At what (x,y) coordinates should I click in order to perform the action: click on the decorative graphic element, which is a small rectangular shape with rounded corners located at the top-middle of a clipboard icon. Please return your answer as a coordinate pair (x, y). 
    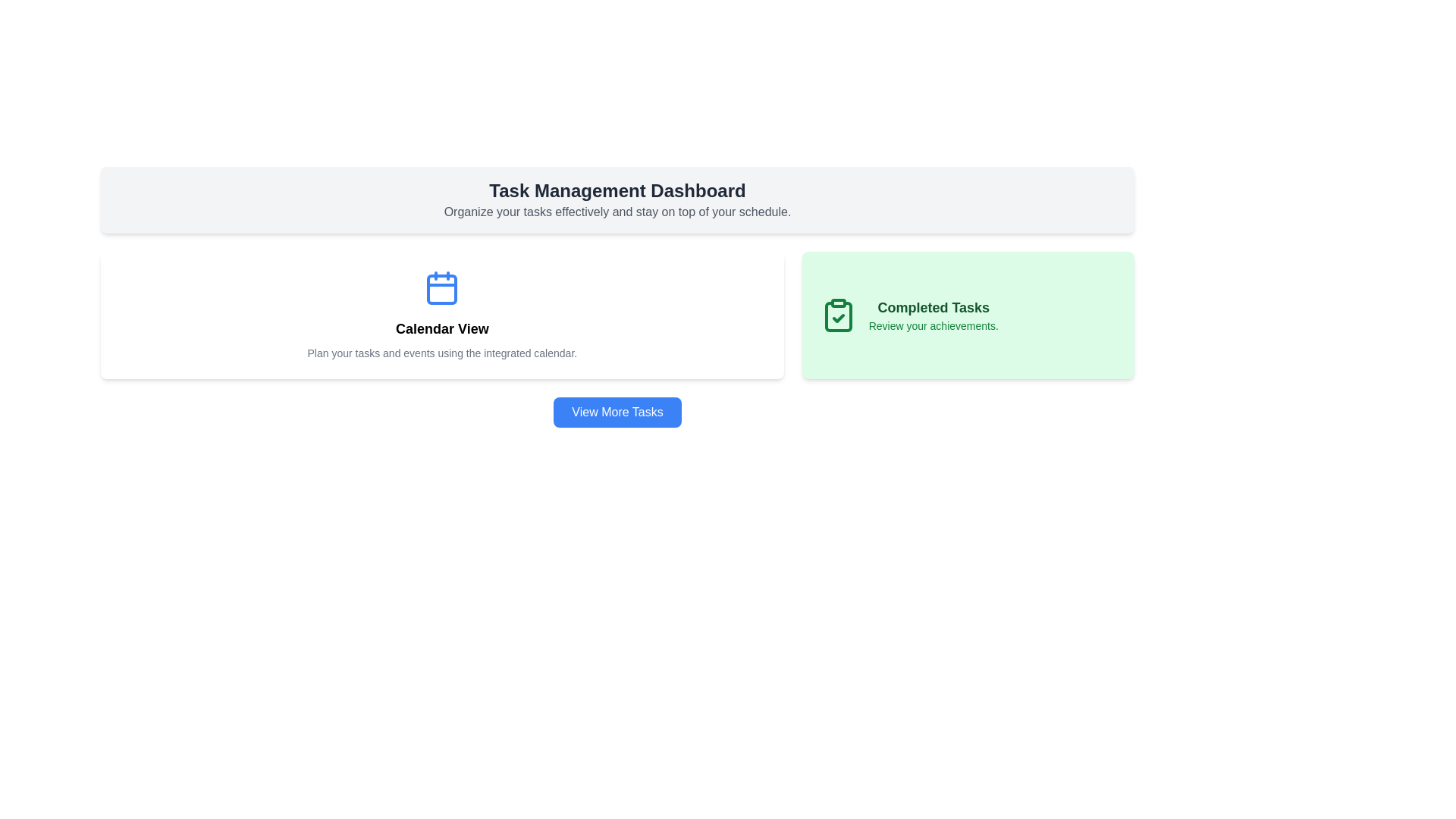
    Looking at the image, I should click on (837, 303).